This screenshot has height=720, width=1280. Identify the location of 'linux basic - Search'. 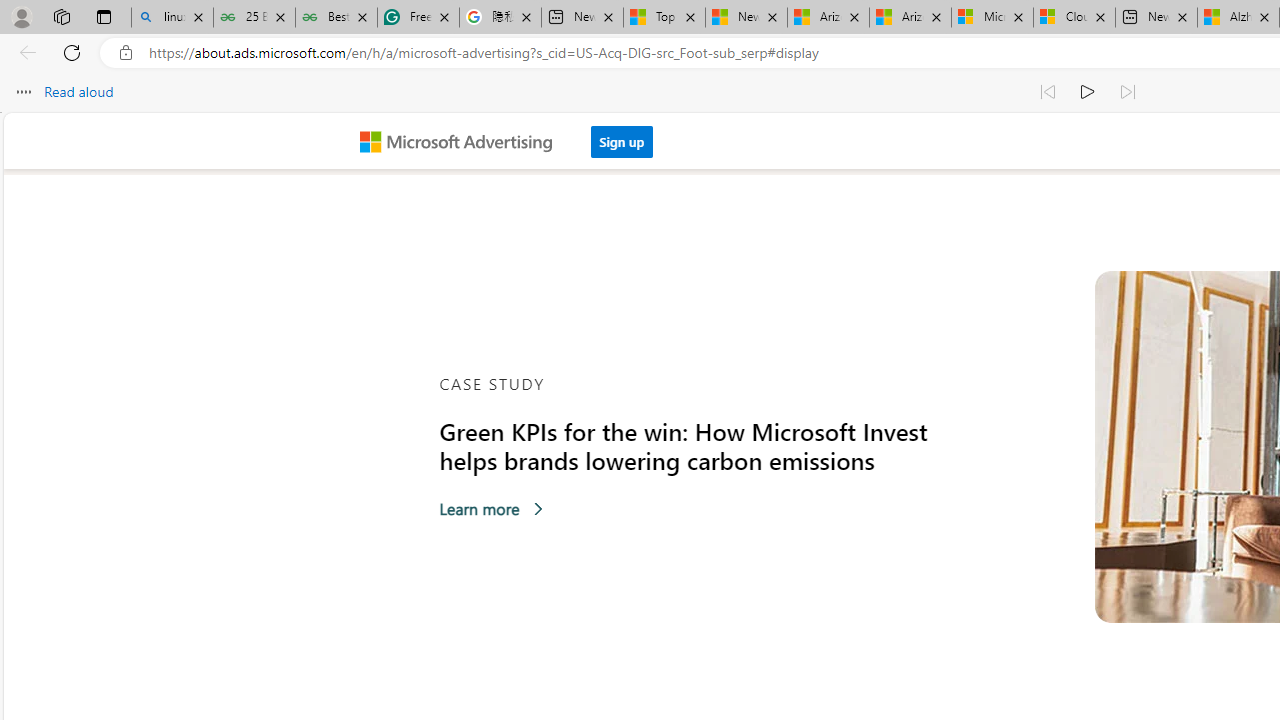
(172, 17).